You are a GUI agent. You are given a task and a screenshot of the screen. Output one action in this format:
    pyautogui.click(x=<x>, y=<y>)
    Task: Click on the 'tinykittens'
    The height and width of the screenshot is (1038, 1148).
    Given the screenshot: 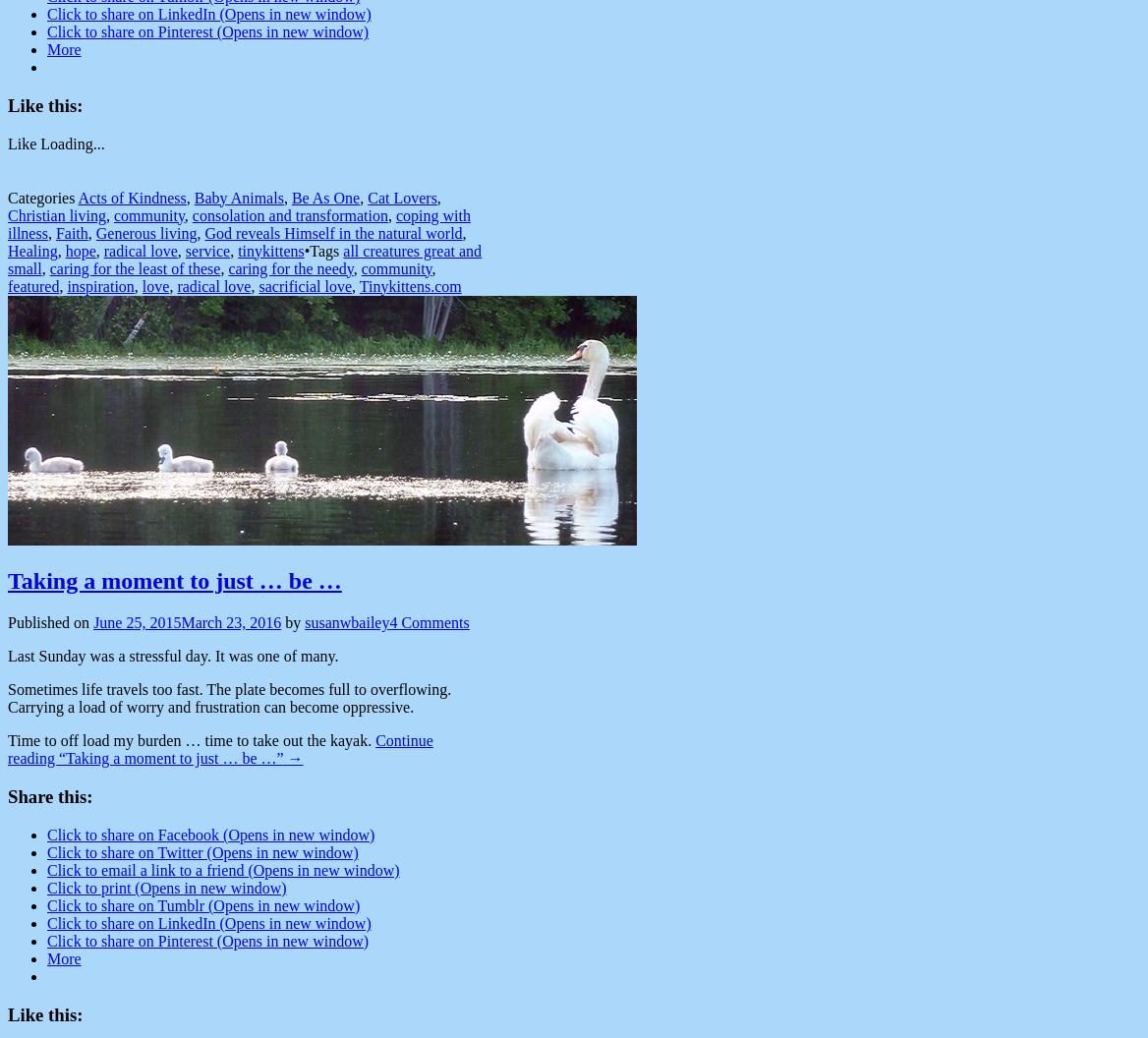 What is the action you would take?
    pyautogui.click(x=269, y=249)
    